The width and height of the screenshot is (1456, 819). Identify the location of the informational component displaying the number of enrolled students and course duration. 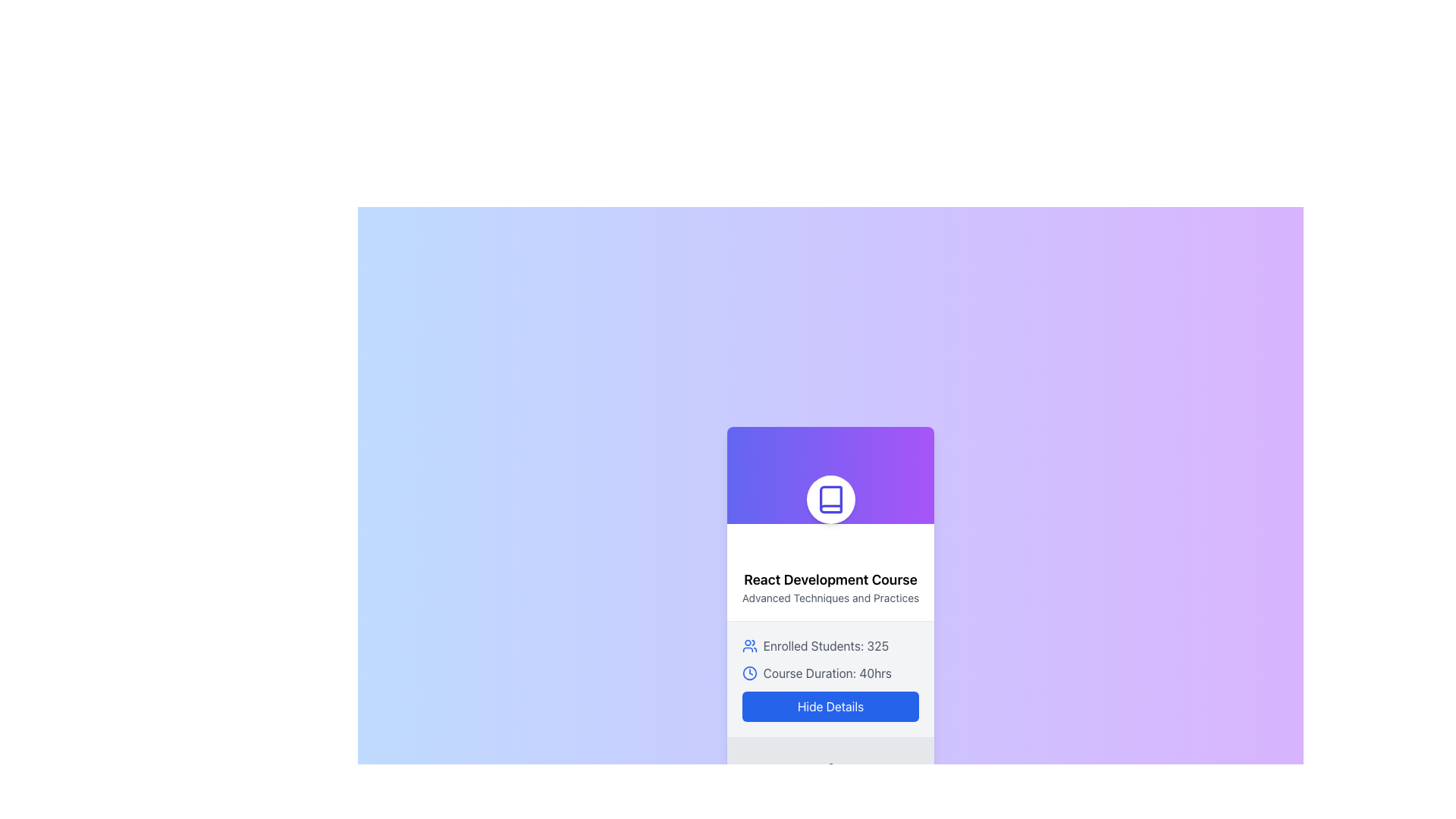
(830, 678).